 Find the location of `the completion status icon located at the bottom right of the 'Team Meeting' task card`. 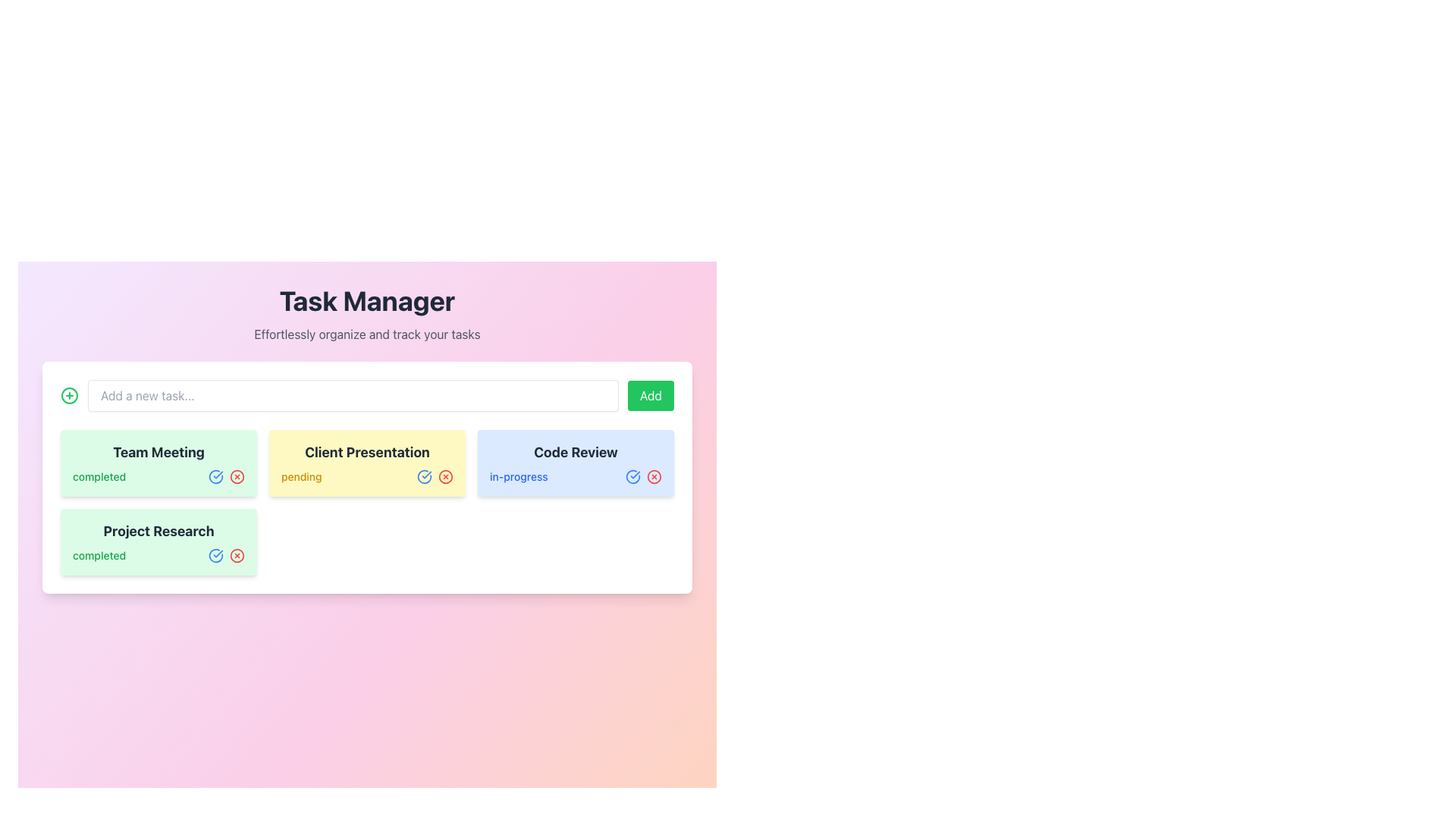

the completion status icon located at the bottom right of the 'Team Meeting' task card is located at coordinates (215, 475).